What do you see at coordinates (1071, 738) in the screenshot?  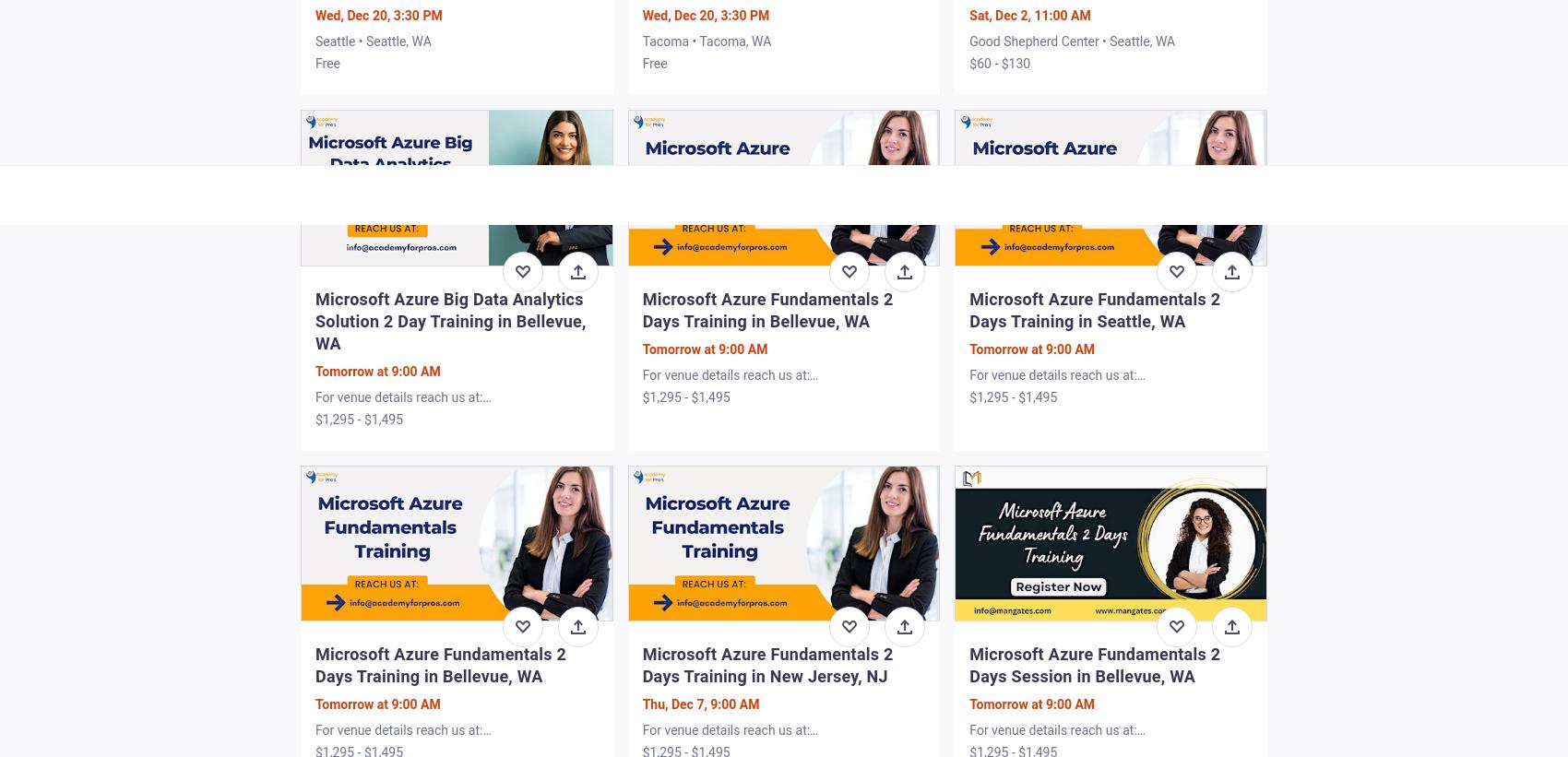 I see `'For venue details  reach us at: info@mangates.com • Bellevue, WA'` at bounding box center [1071, 738].